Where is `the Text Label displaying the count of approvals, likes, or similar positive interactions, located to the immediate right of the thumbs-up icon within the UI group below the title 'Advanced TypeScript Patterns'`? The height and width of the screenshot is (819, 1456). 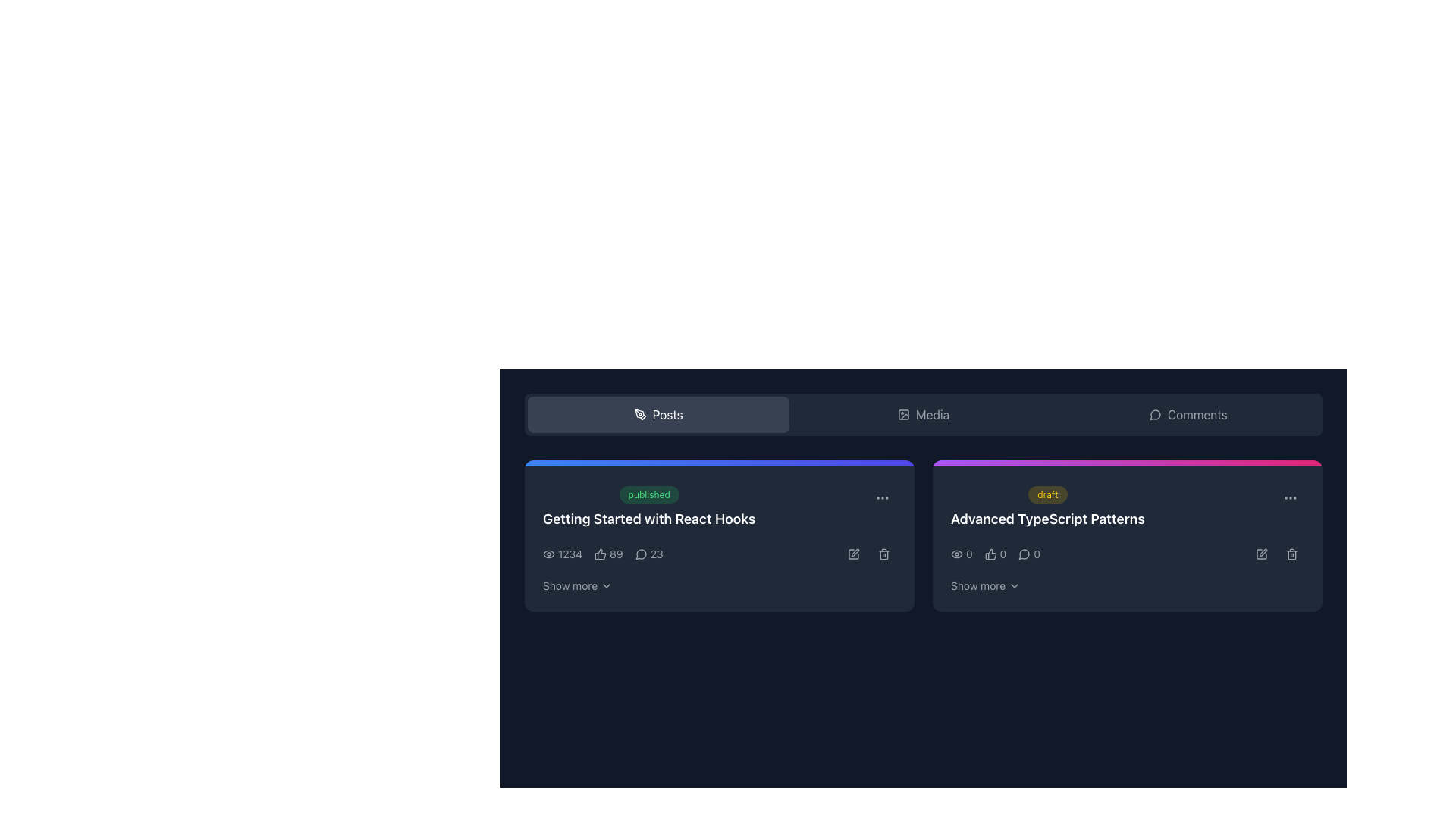 the Text Label displaying the count of approvals, likes, or similar positive interactions, located to the immediate right of the thumbs-up icon within the UI group below the title 'Advanced TypeScript Patterns' is located at coordinates (1003, 554).